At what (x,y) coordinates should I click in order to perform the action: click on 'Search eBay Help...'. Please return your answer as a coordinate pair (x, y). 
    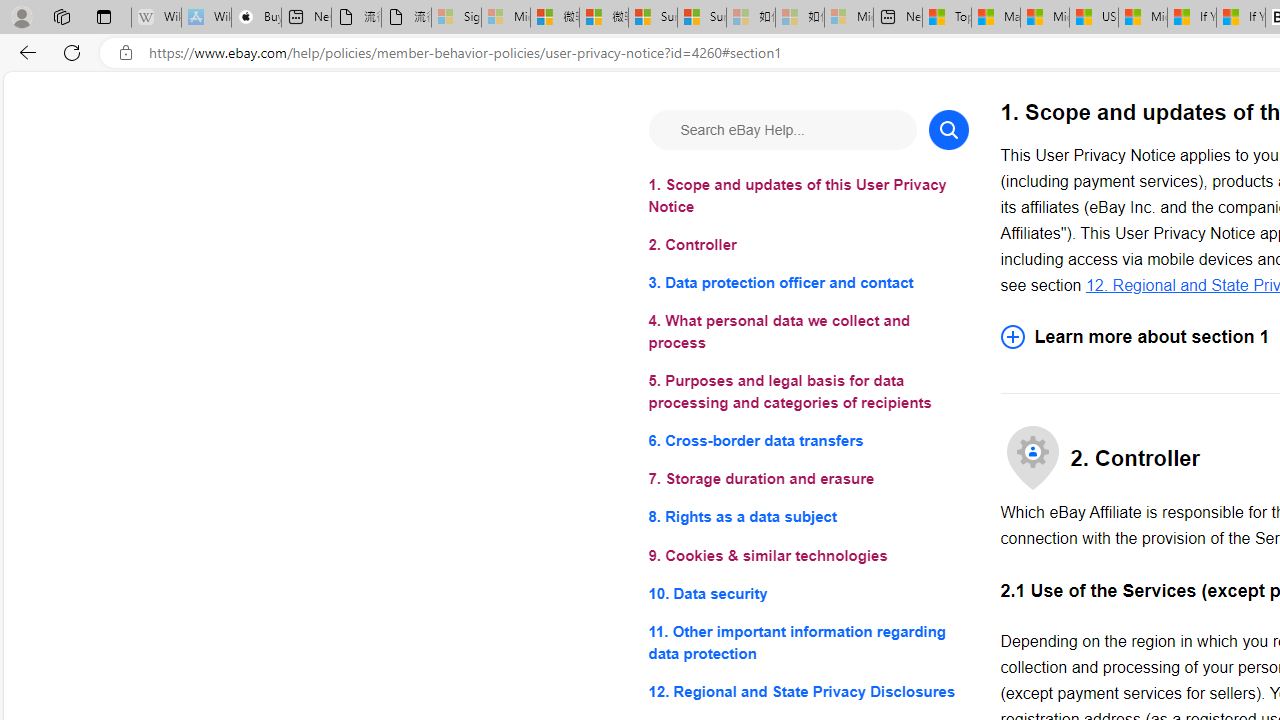
    Looking at the image, I should click on (781, 129).